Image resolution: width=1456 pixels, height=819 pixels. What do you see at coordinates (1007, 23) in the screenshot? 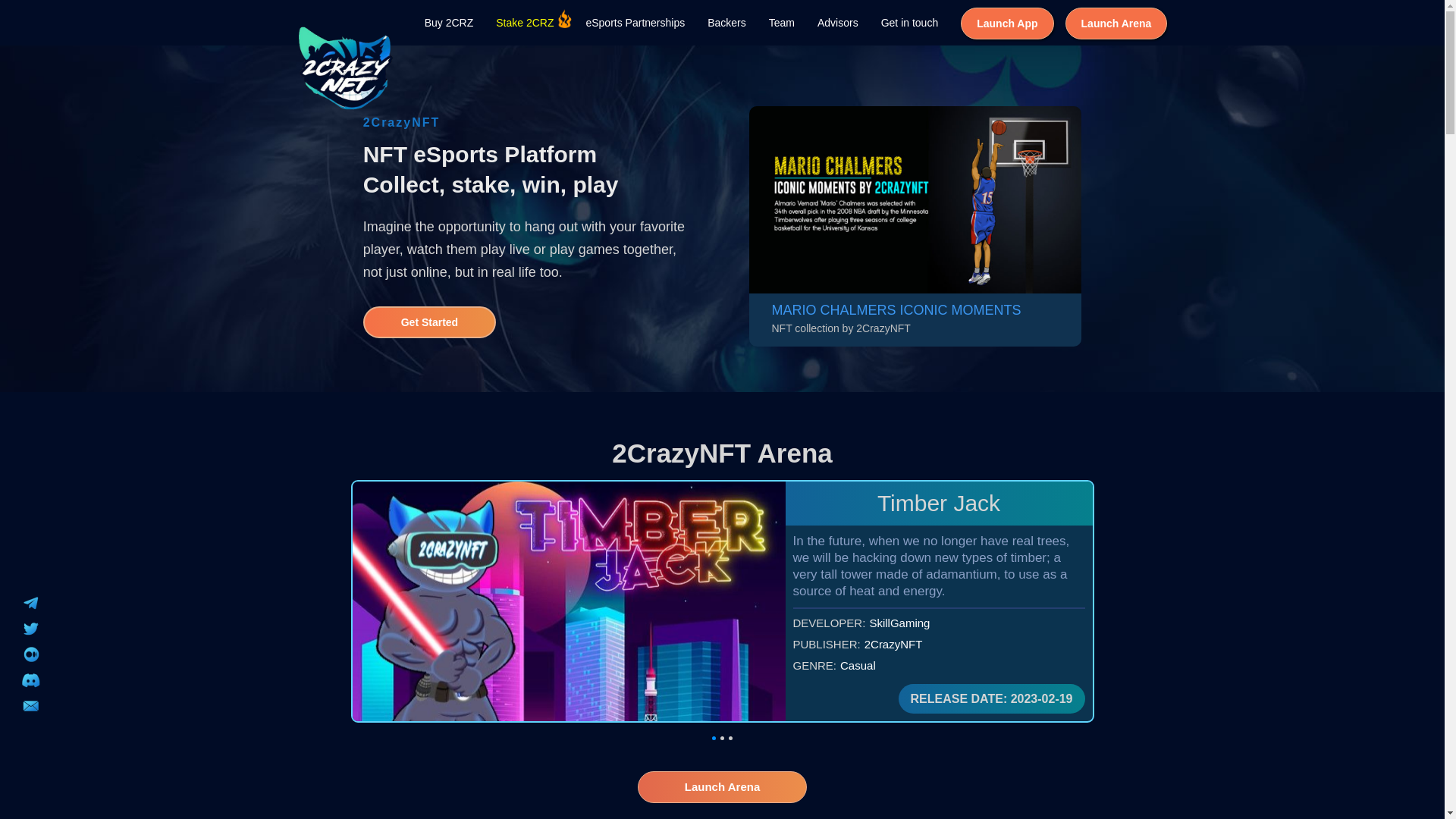
I see `'Launch App'` at bounding box center [1007, 23].